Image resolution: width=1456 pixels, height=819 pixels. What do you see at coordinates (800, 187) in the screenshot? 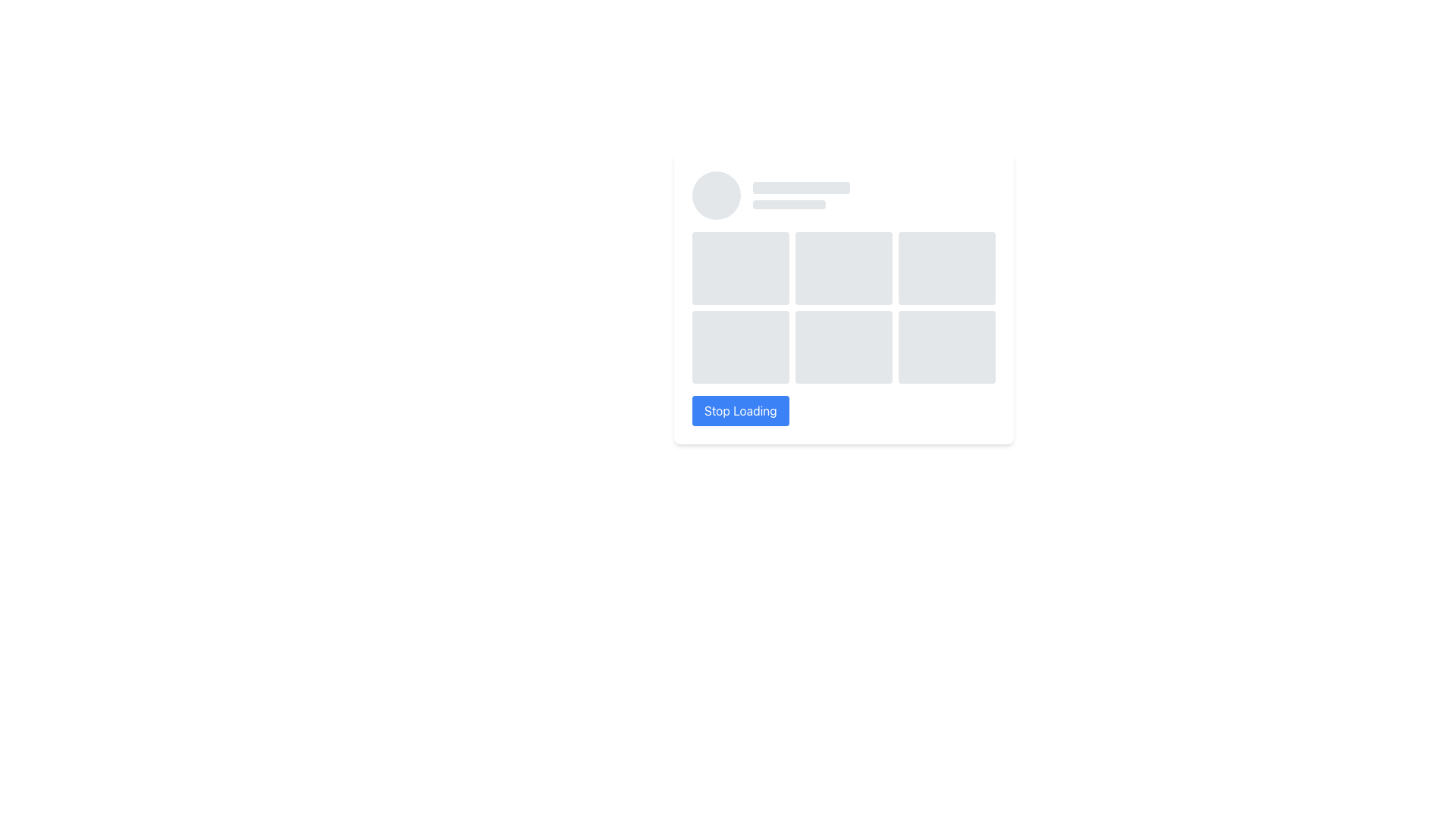
I see `the Placeholder or Loading Indicator, which is a rectangular component with a light gray background and rounded corners, positioned at the top of two similar rectangles` at bounding box center [800, 187].